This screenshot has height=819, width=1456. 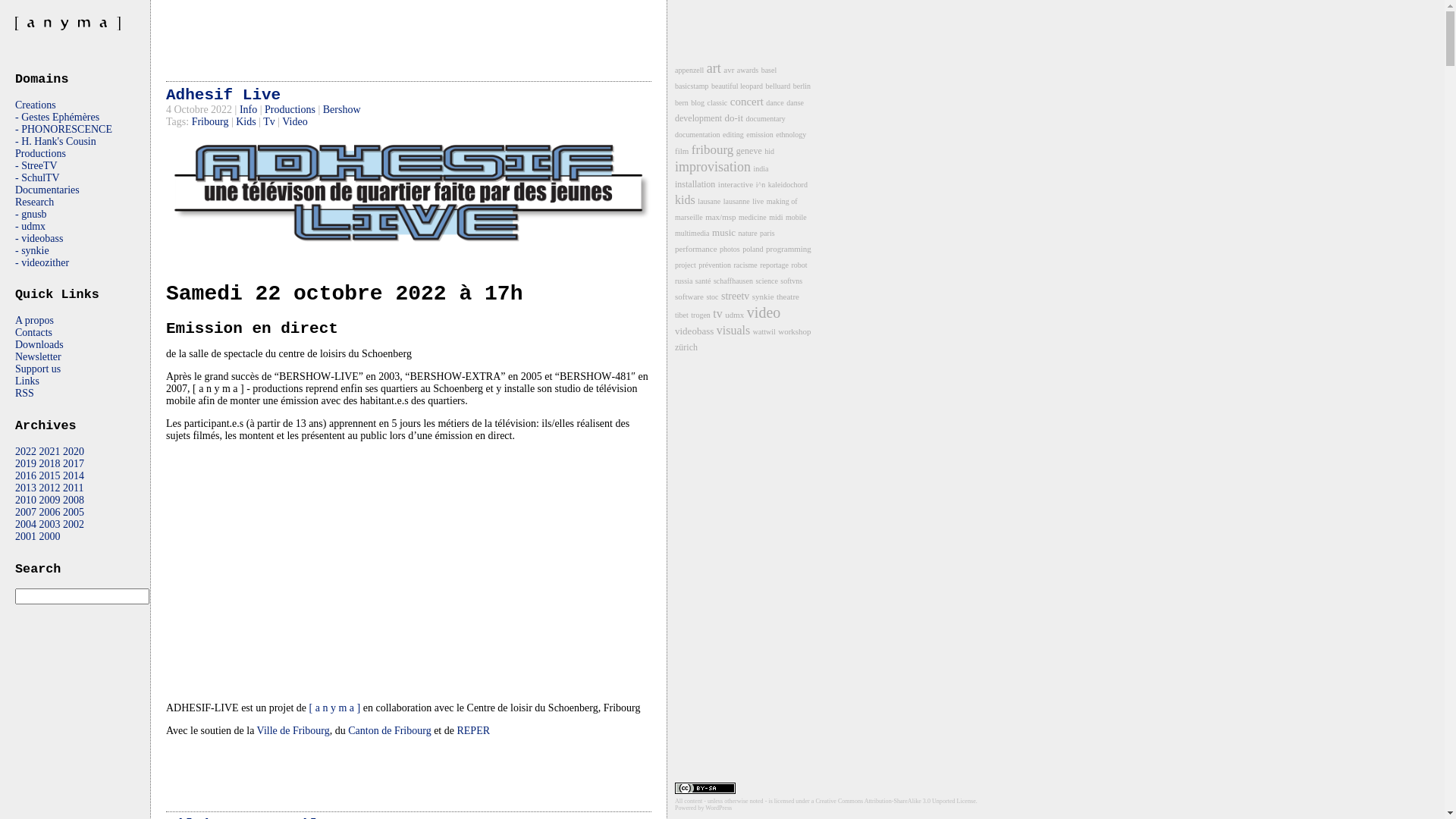 What do you see at coordinates (761, 184) in the screenshot?
I see `'i^n'` at bounding box center [761, 184].